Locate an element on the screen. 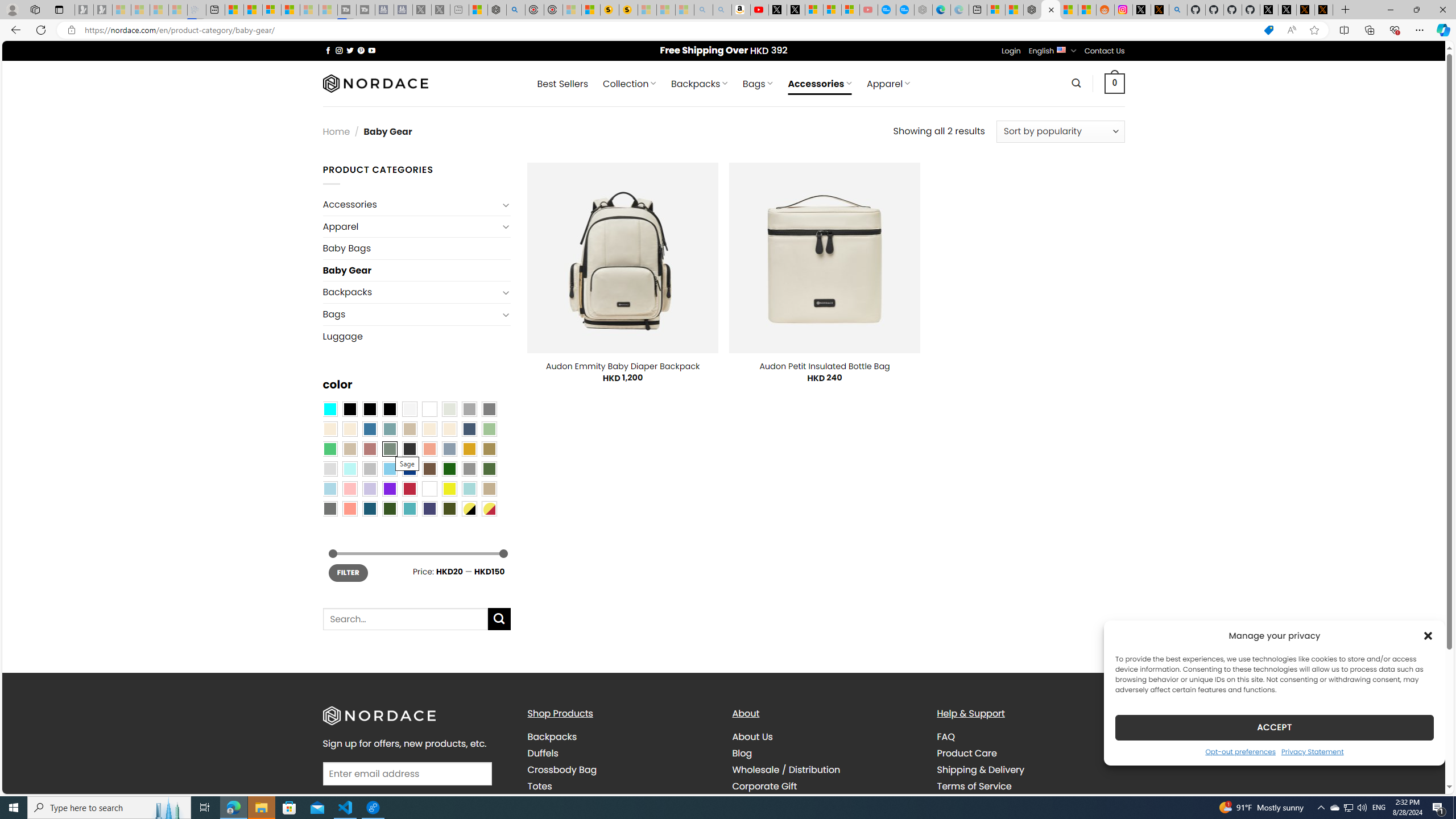  'Forest' is located at coordinates (389, 508).